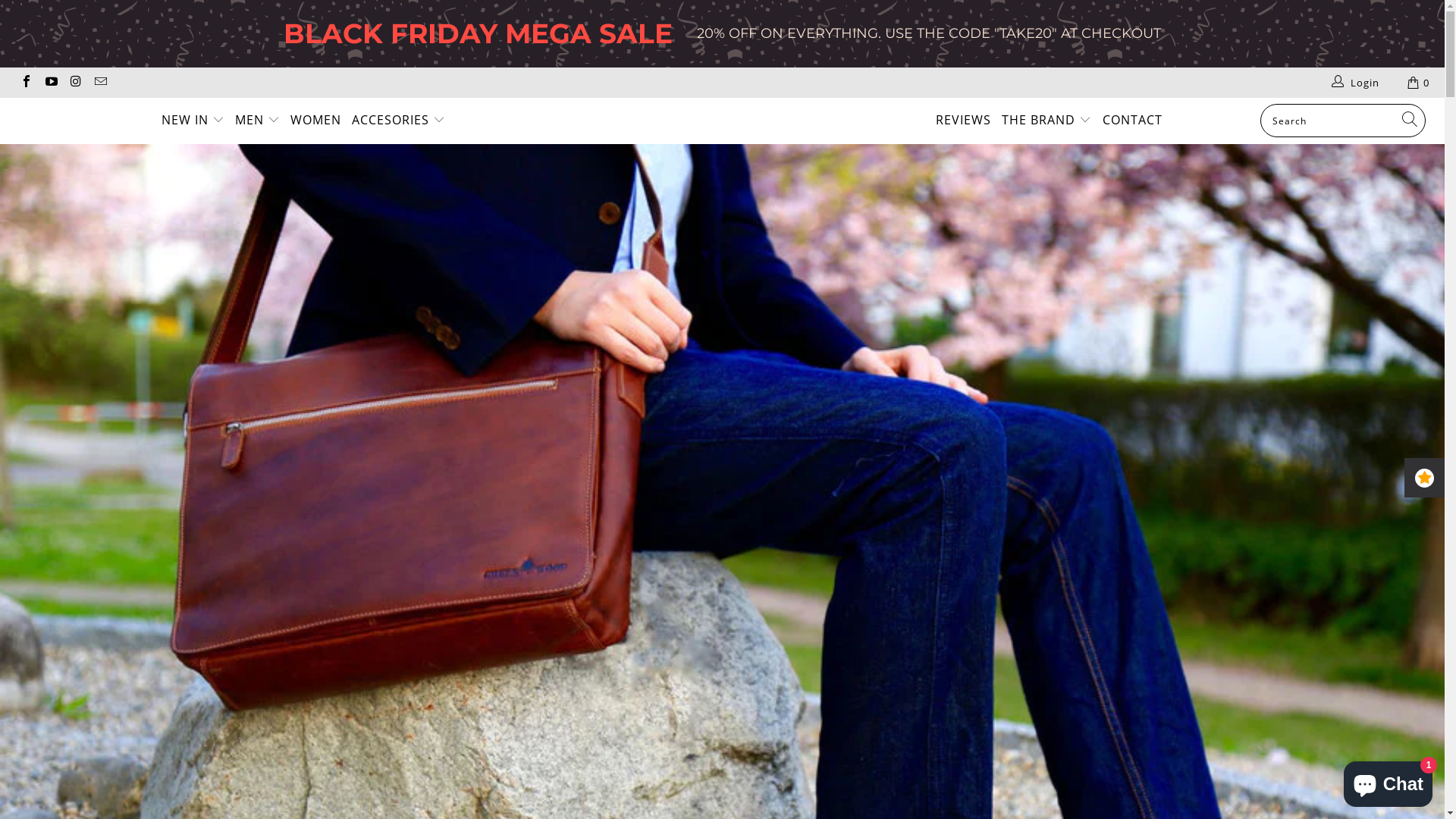 This screenshot has width=1456, height=819. What do you see at coordinates (98, 82) in the screenshot?
I see `'Email Greenwood Leather'` at bounding box center [98, 82].